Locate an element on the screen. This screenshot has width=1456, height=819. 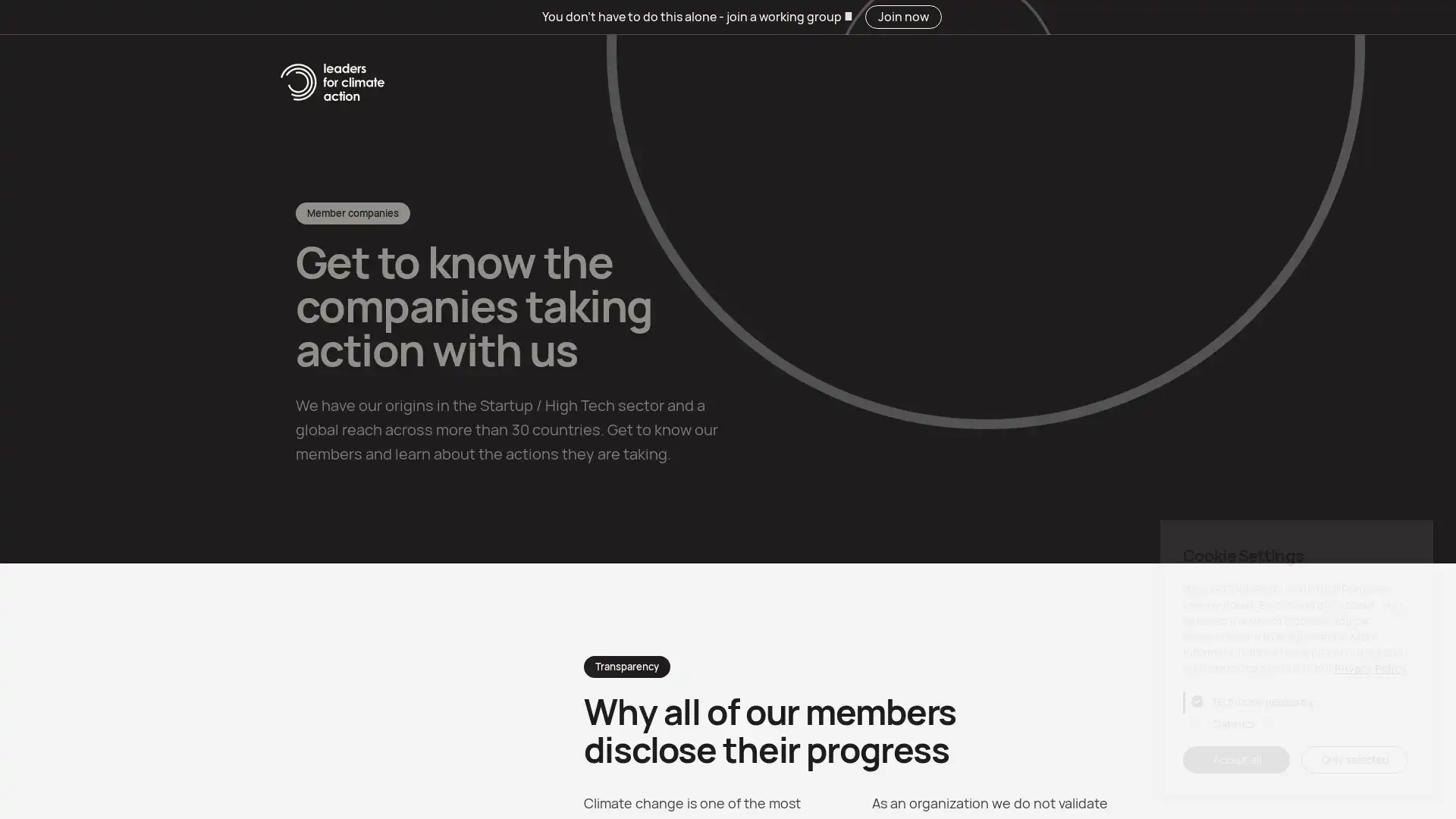
Only selected is located at coordinates (1354, 760).